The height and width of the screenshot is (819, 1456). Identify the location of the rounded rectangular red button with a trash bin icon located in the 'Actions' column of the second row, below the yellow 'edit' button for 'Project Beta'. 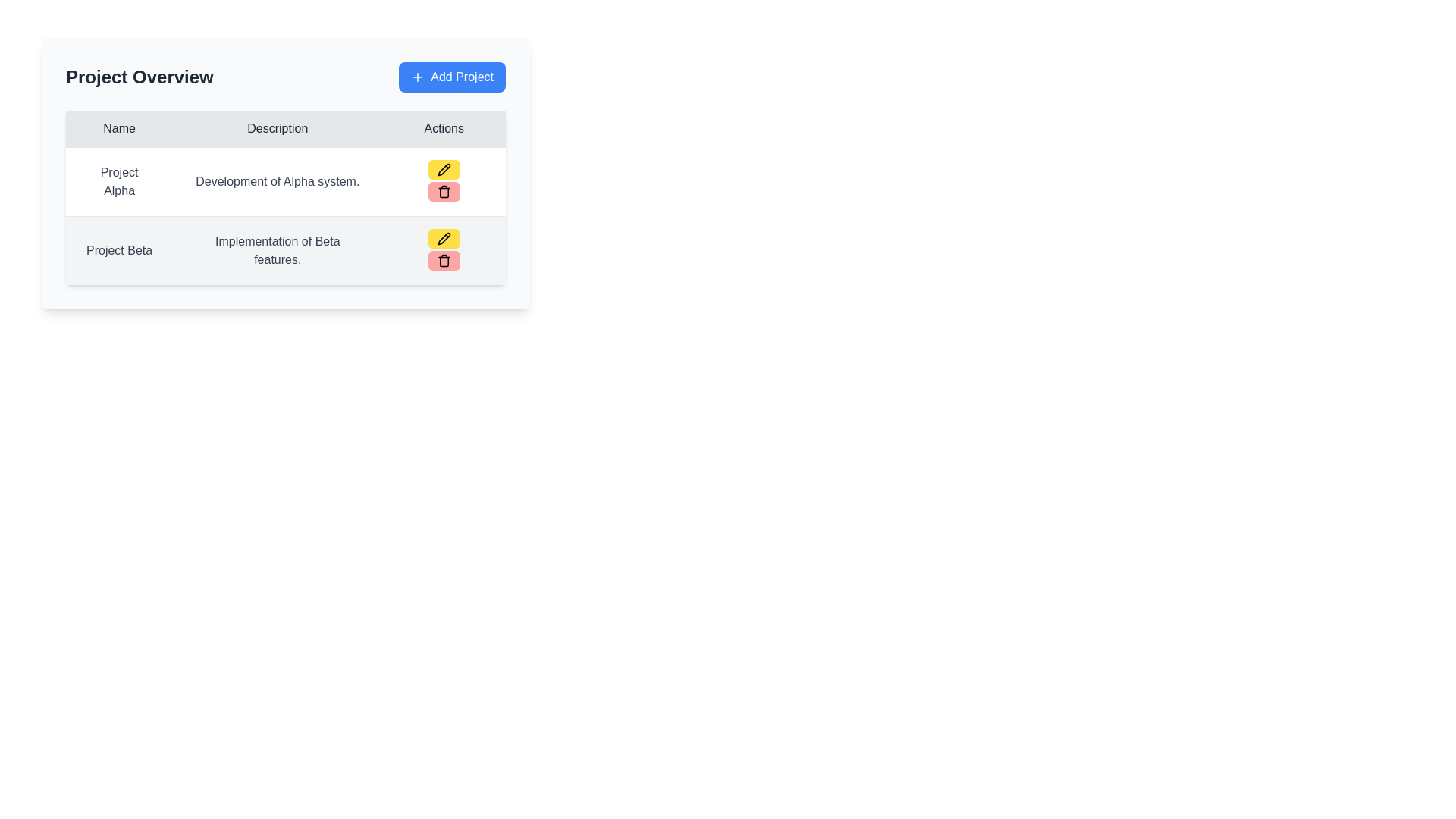
(443, 249).